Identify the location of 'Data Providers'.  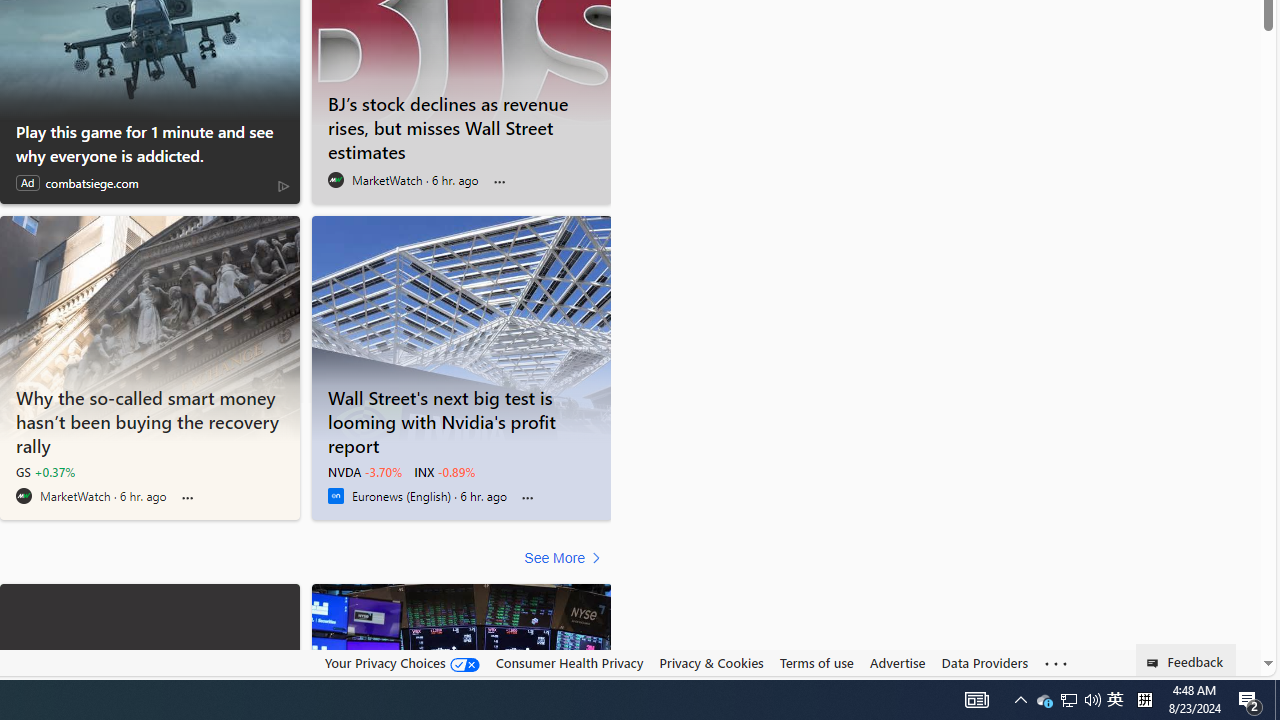
(984, 663).